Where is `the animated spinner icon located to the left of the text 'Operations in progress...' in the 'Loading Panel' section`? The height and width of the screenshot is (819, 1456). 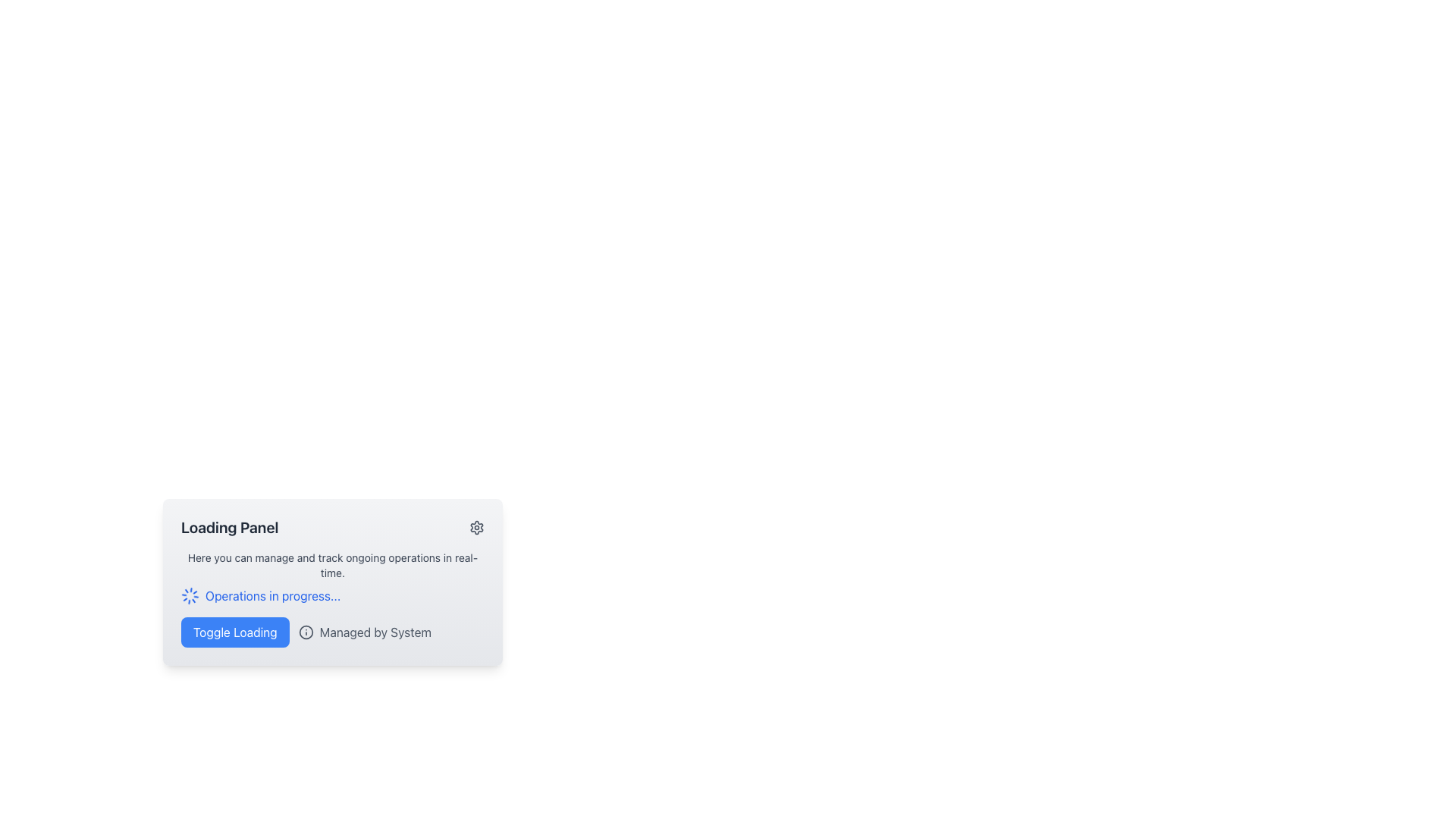 the animated spinner icon located to the left of the text 'Operations in progress...' in the 'Loading Panel' section is located at coordinates (189, 595).